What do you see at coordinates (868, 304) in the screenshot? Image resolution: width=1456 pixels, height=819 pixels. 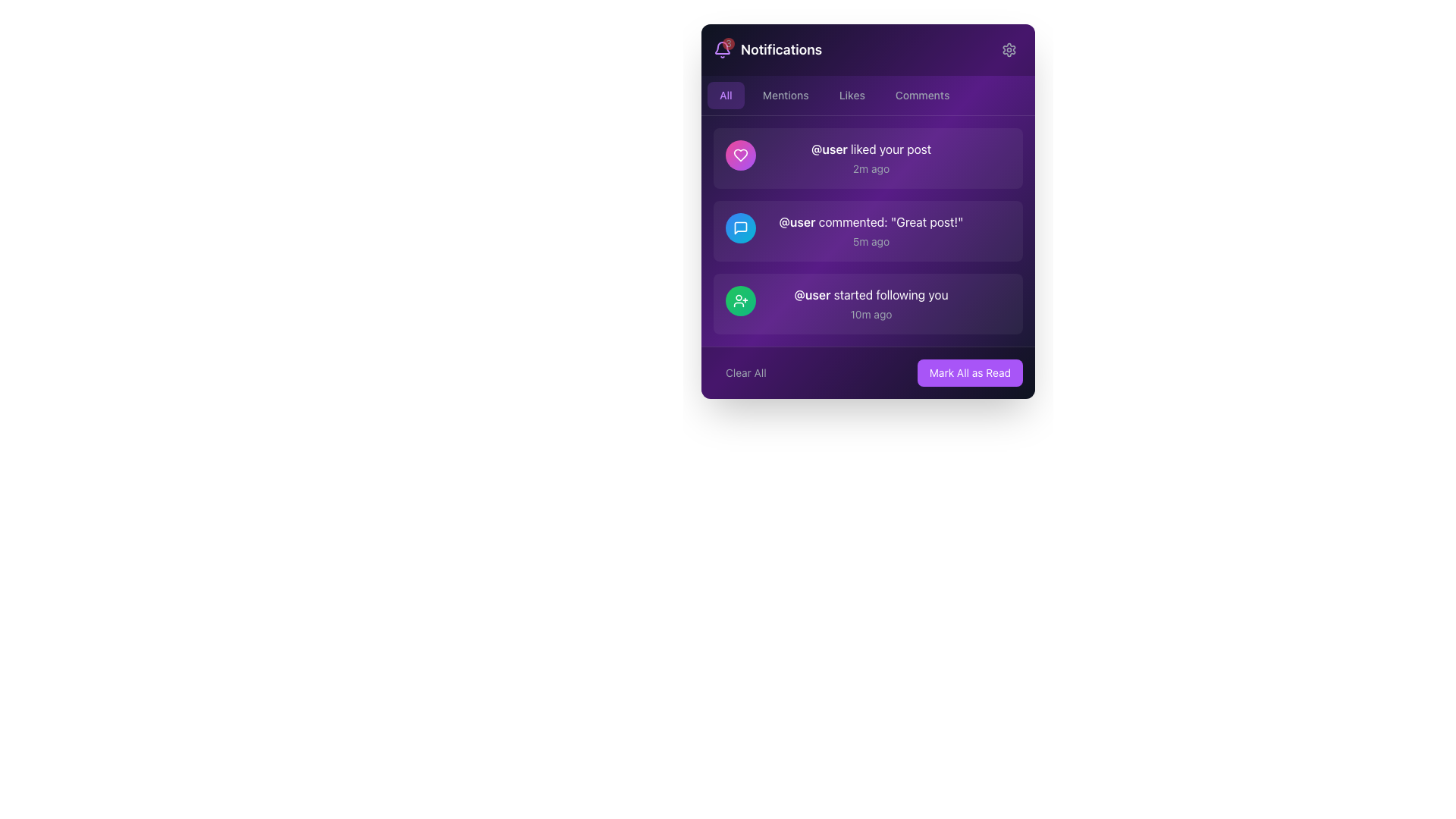 I see `the '@user' text in the notification card that indicates '@user started following you', which features a green circular icon with a plus sign and user silhouette on the left` at bounding box center [868, 304].